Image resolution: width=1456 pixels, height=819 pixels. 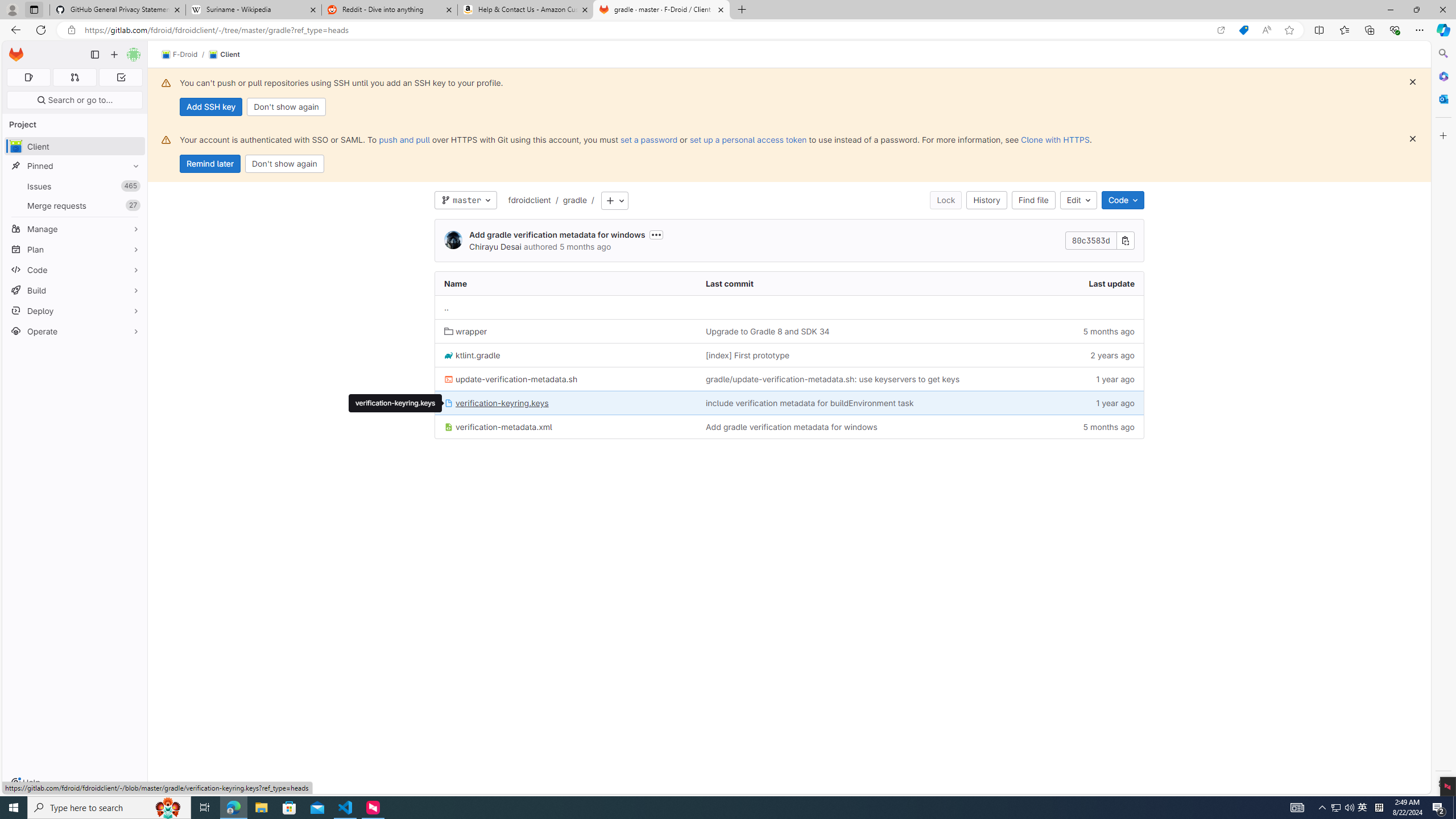 I want to click on '/gradle', so click(x=568, y=200).